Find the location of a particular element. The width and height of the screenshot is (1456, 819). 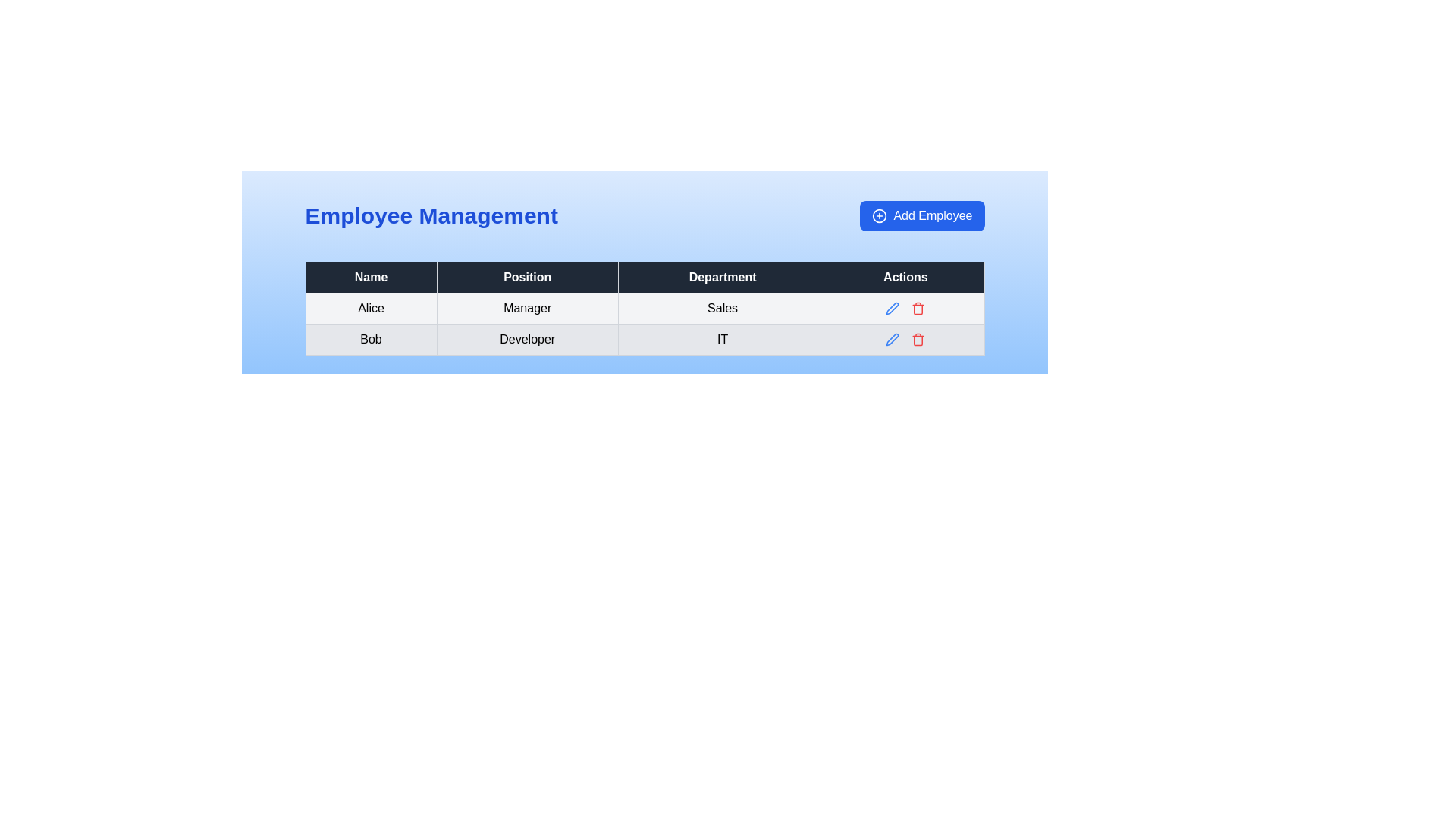

the innermost circular graphic element of the 'Add Employee' button located at the top-right corner of the interface, which resembles a 'plus inside a circle' symbol is located at coordinates (880, 216).